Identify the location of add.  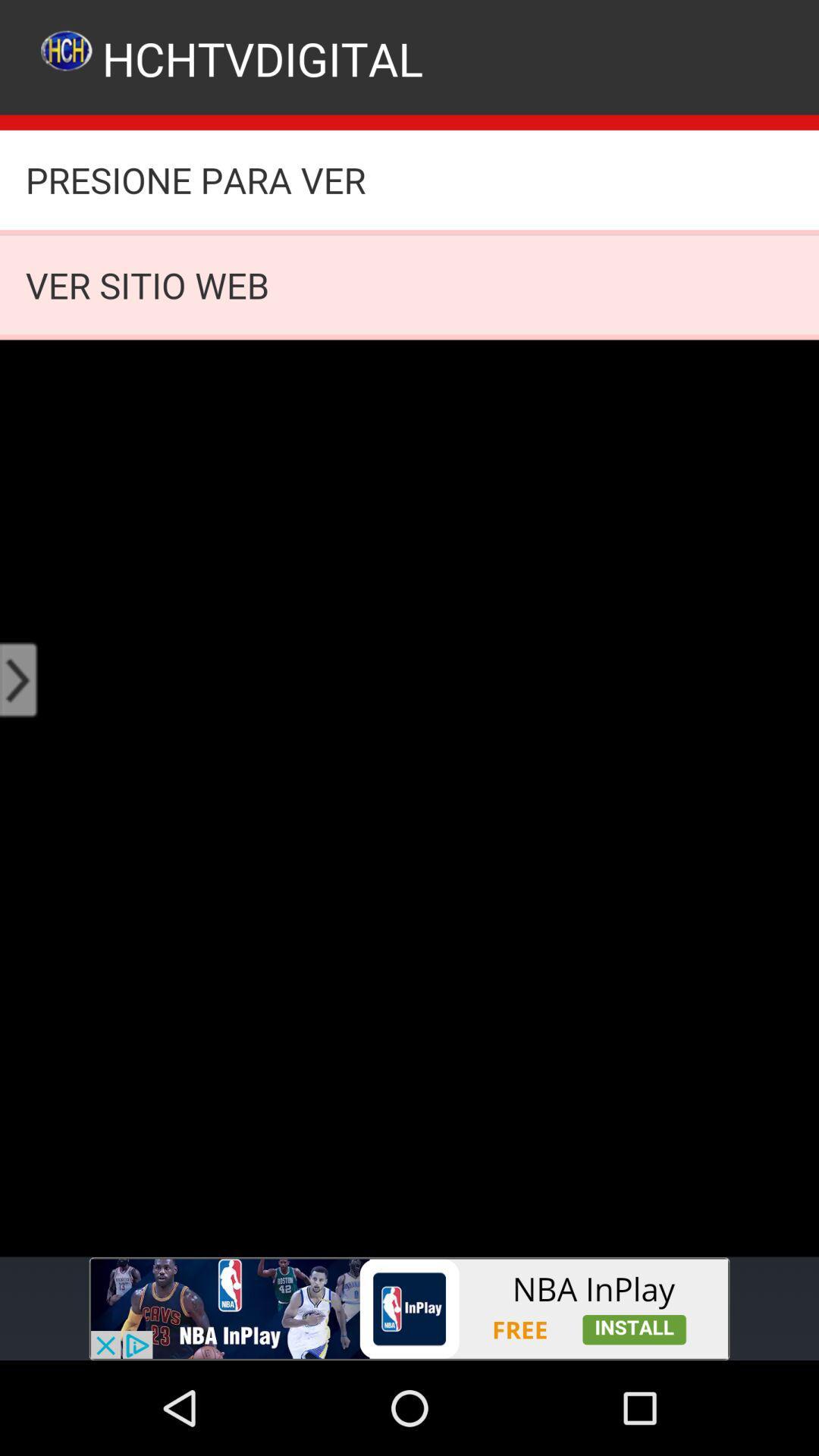
(409, 1308).